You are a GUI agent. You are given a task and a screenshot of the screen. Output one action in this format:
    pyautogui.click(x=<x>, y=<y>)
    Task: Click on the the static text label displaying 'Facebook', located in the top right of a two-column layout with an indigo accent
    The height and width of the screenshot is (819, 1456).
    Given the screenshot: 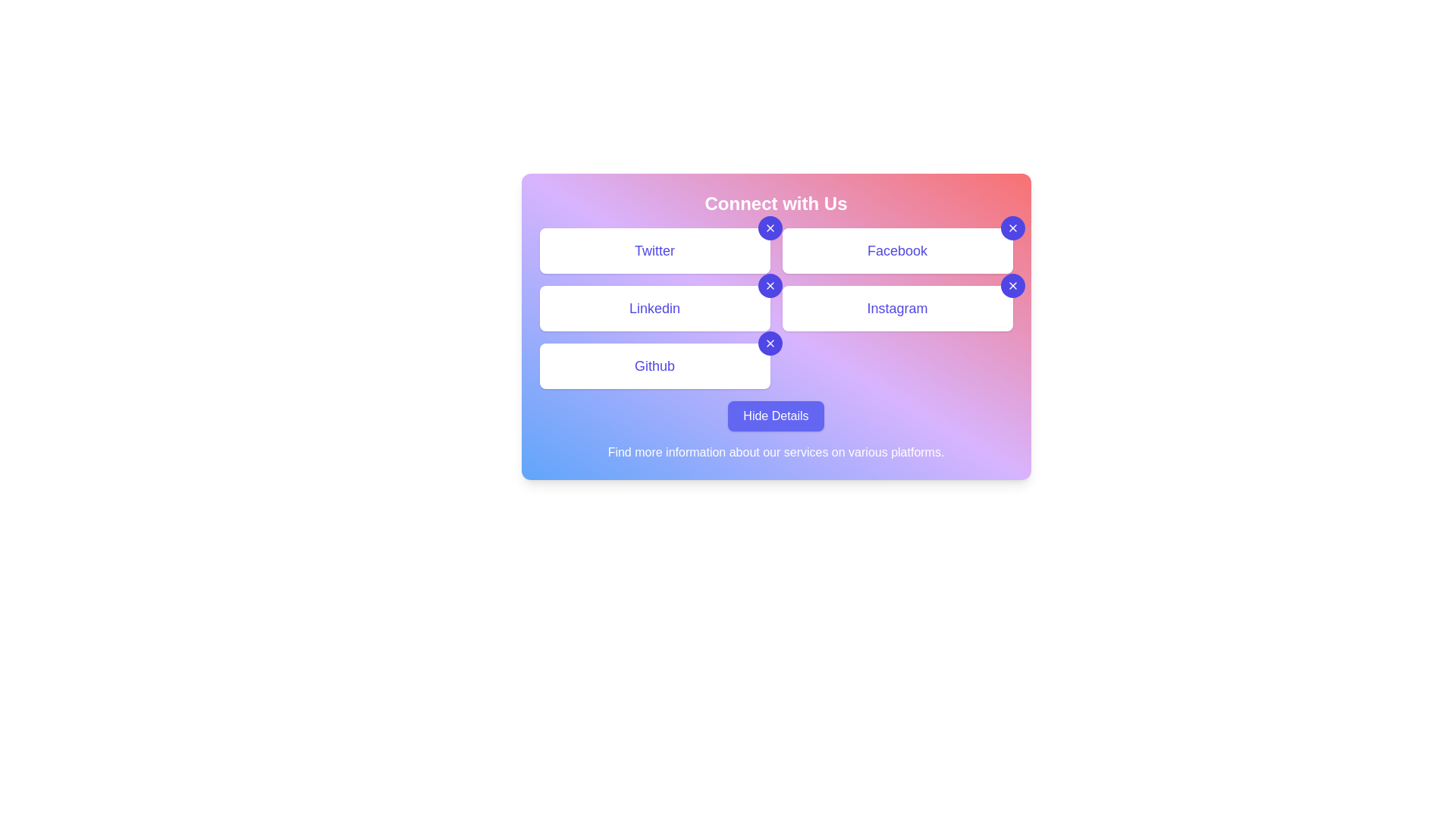 What is the action you would take?
    pyautogui.click(x=897, y=250)
    